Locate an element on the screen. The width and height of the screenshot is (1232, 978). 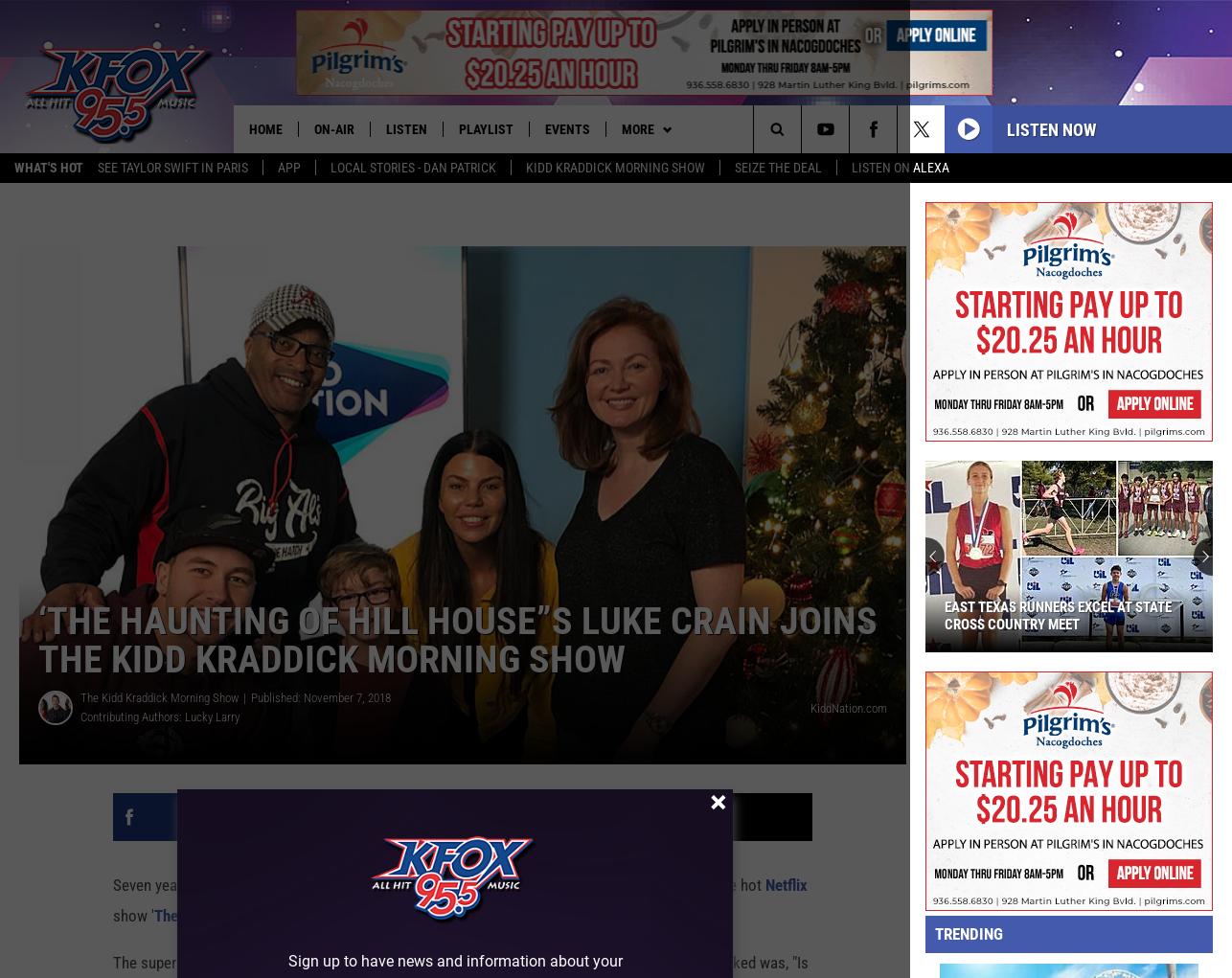
'App' is located at coordinates (288, 168).